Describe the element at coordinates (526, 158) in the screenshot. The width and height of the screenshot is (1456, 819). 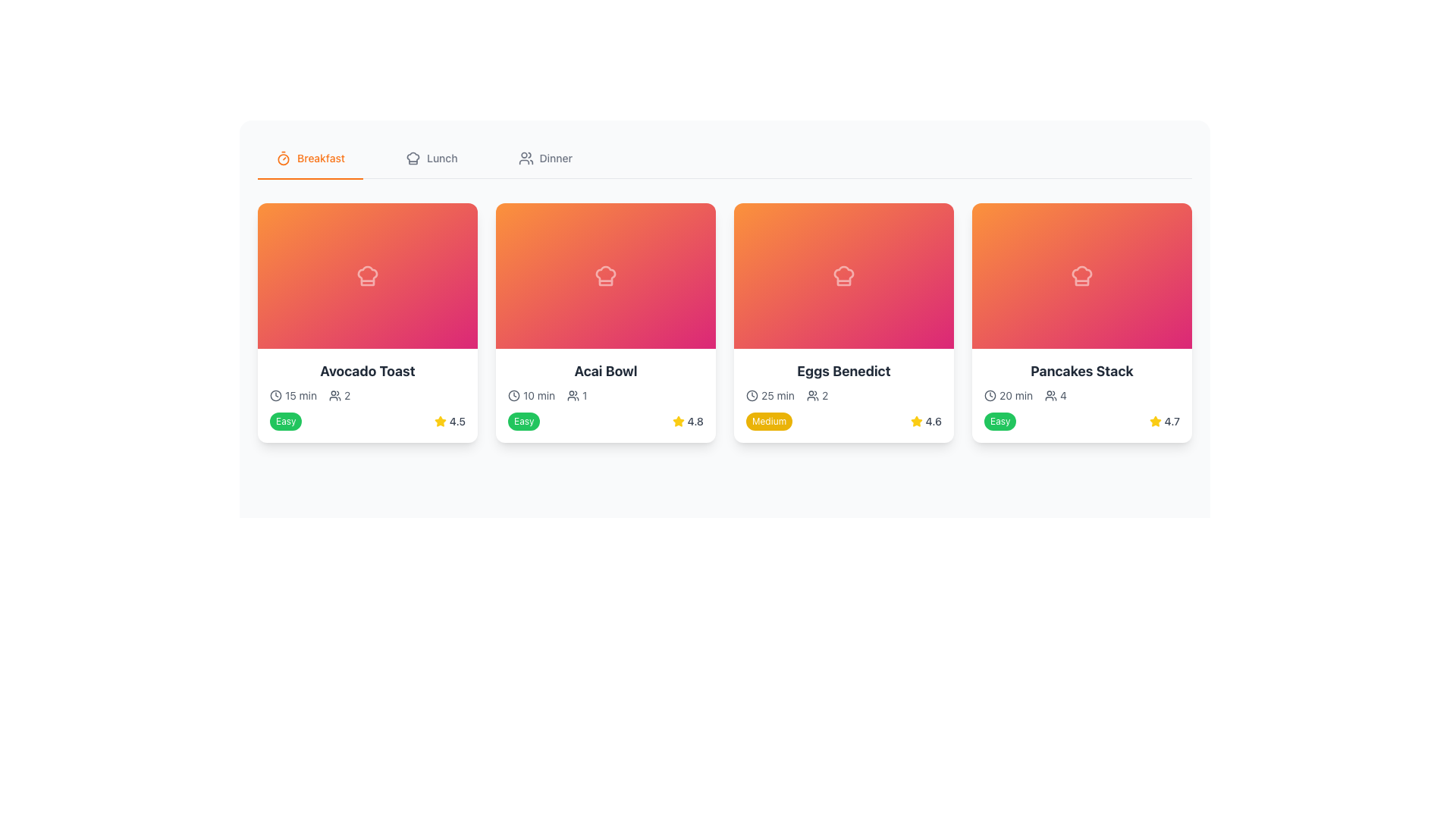
I see `the SVG icon depicting a group of people located to the left of the 'Dinner' text label in the menu bar` at that location.